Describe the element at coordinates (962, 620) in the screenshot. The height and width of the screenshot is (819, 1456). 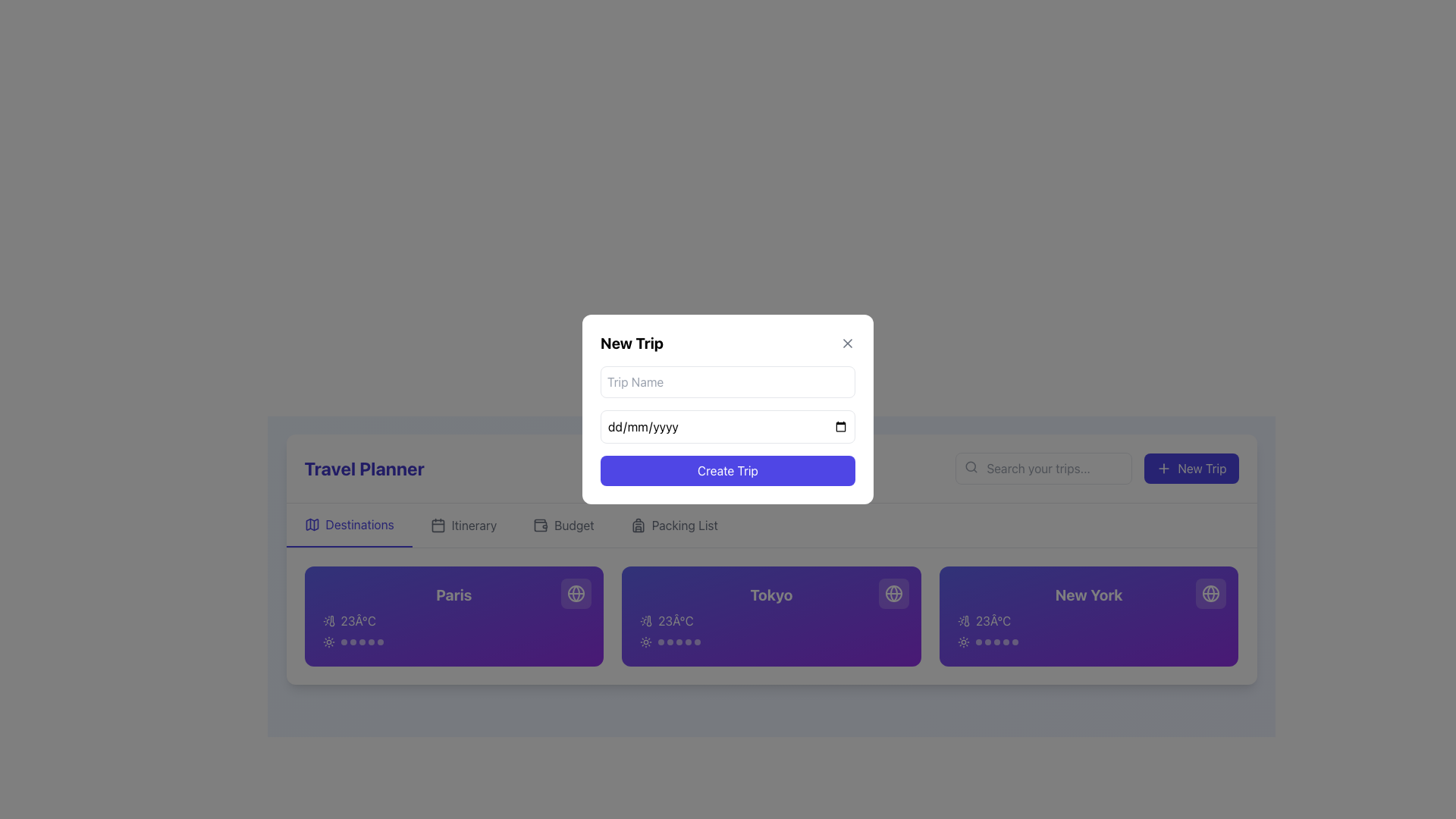
I see `the weather icon located on the left side of the '23°C' text in the New York card` at that location.